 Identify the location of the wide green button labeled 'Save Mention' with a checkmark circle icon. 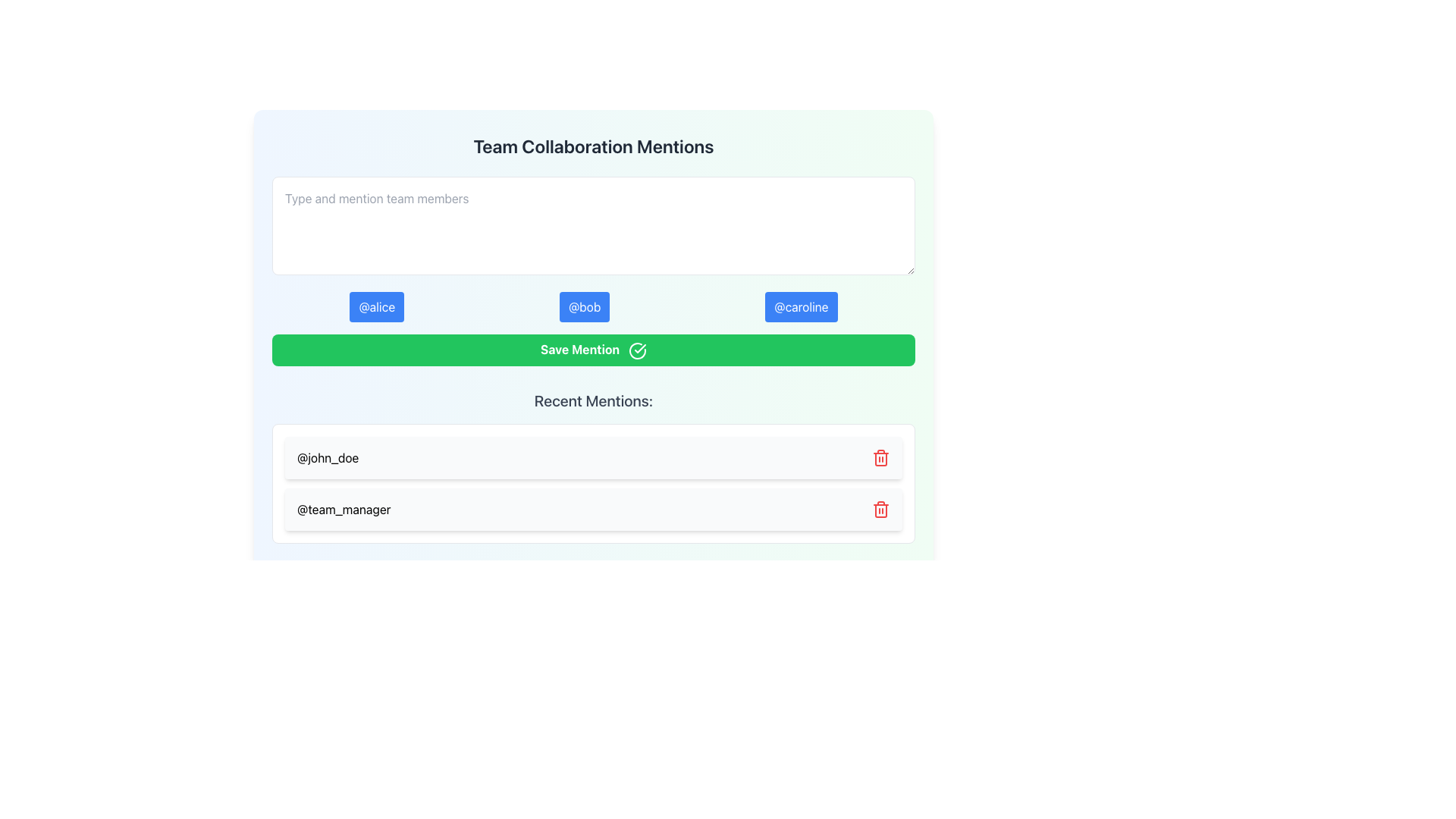
(592, 350).